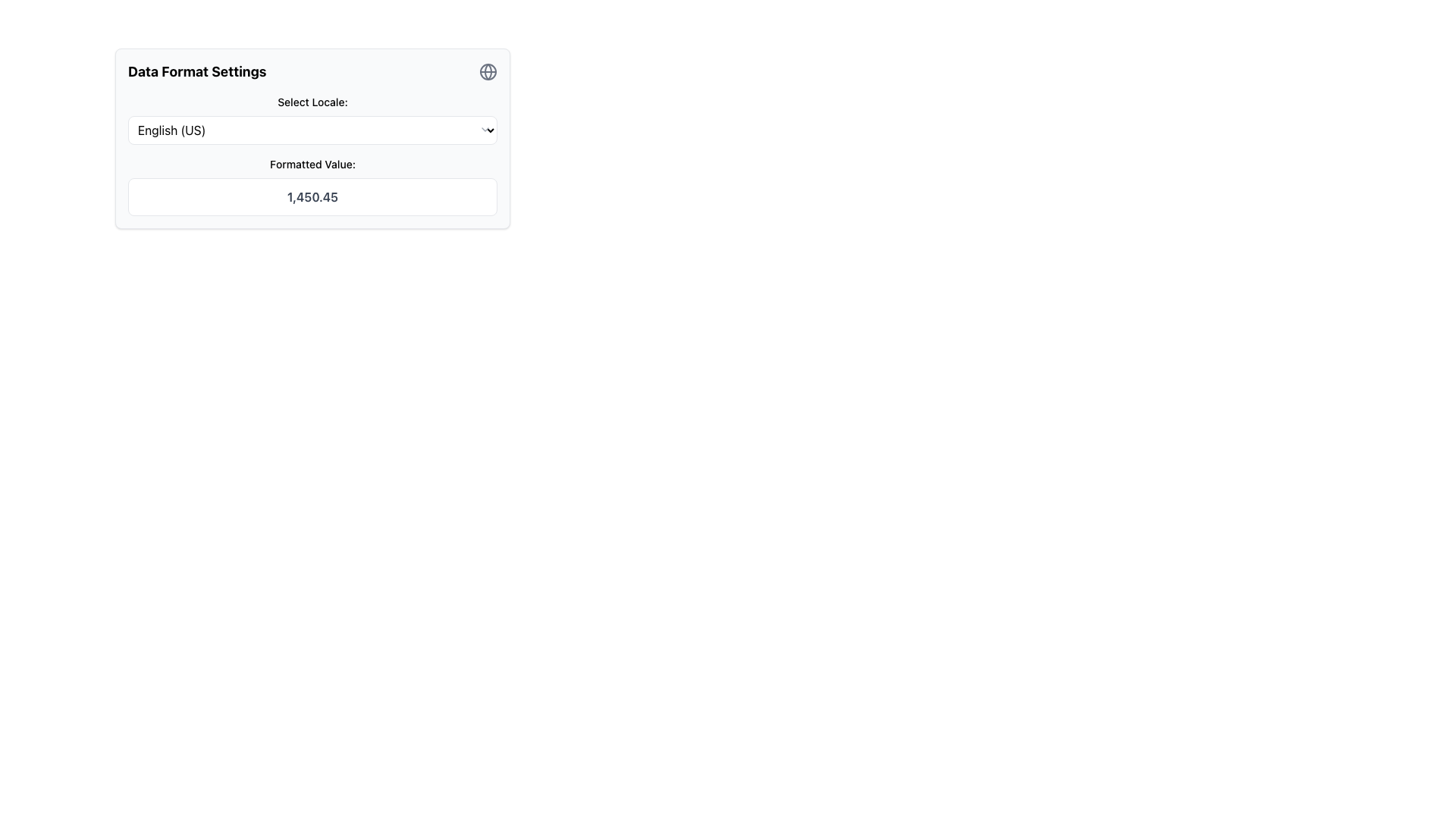  Describe the element at coordinates (312, 119) in the screenshot. I see `the 'Select Locale:' dropdown menu` at that location.